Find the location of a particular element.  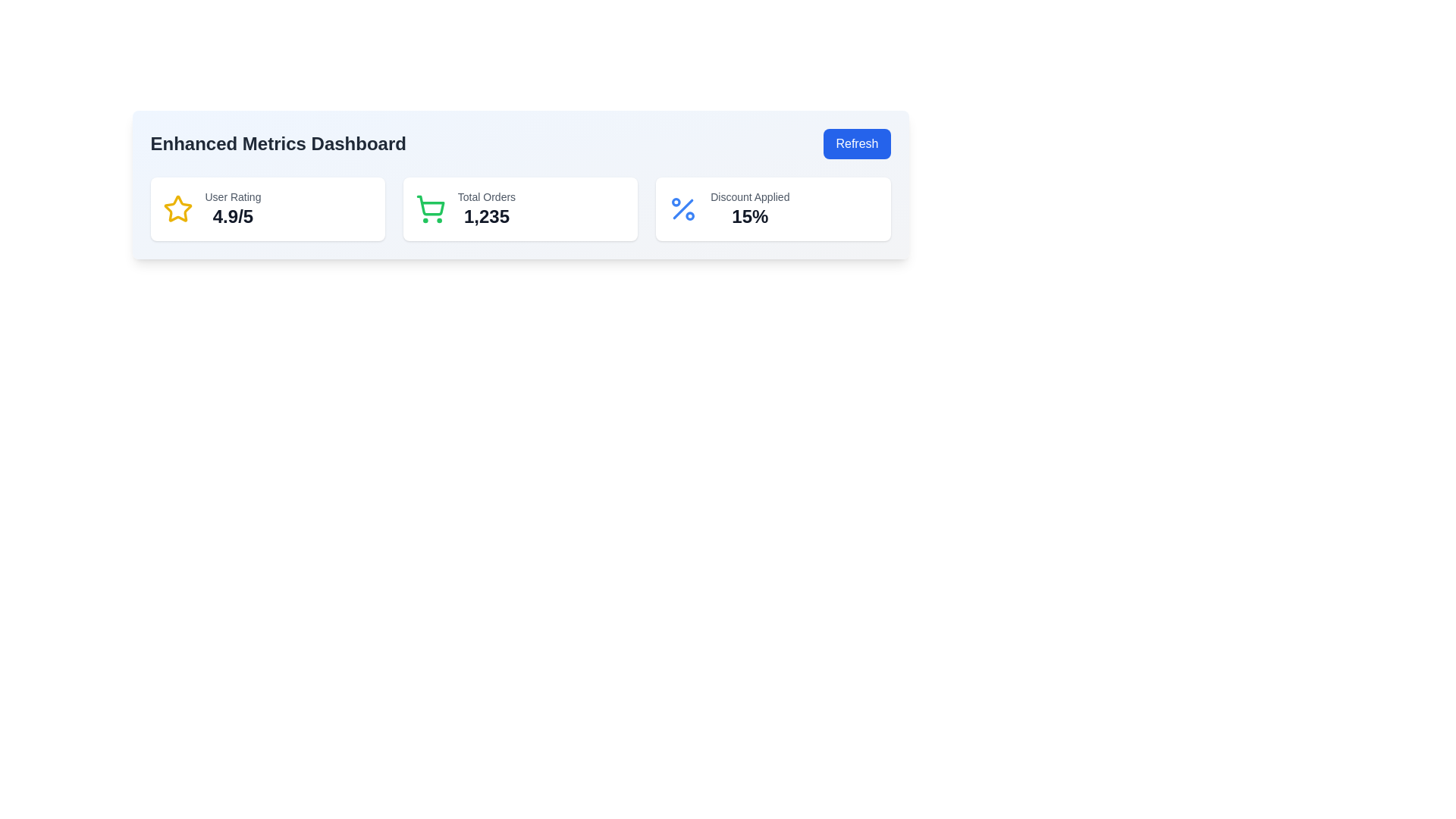

the informational text block displaying the total number of orders, which is centrally positioned in the statistics cards layout and located to the right of the green shopping cart icon is located at coordinates (486, 209).